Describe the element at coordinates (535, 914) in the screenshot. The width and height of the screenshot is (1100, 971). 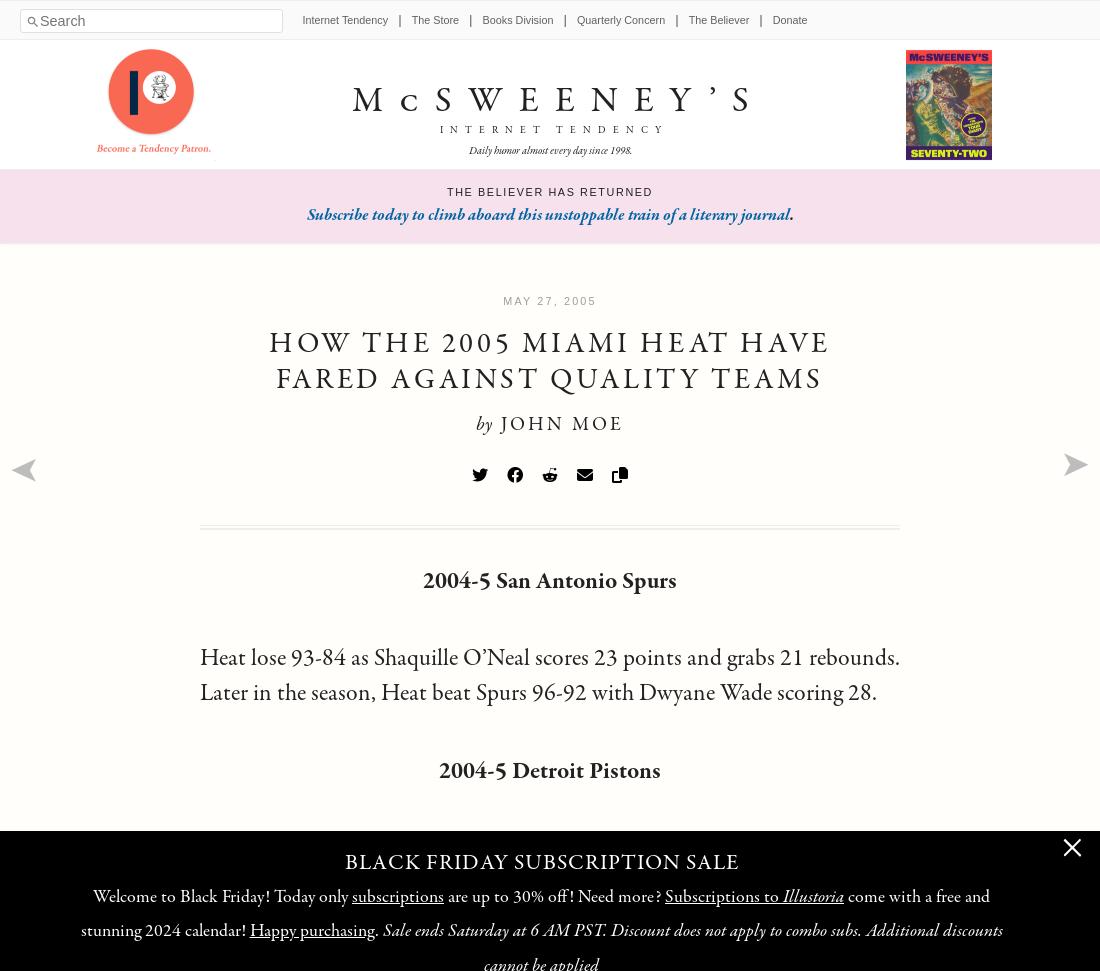
I see `'come with a free and stunning 2024 calendar!'` at that location.